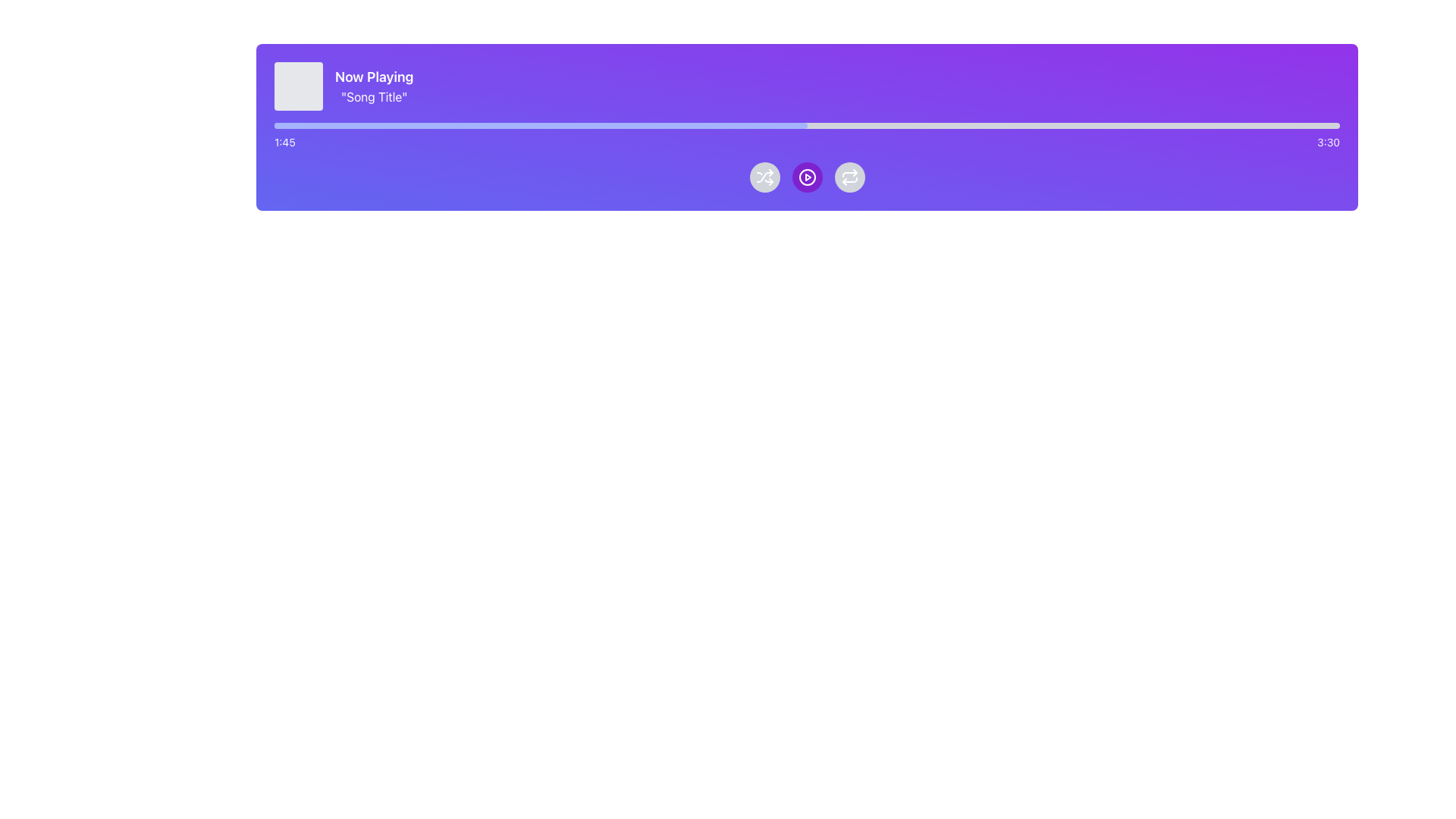 The height and width of the screenshot is (819, 1456). Describe the element at coordinates (764, 177) in the screenshot. I see `the circular shuffle button with a gray background and an intersecting arrow paths icon` at that location.